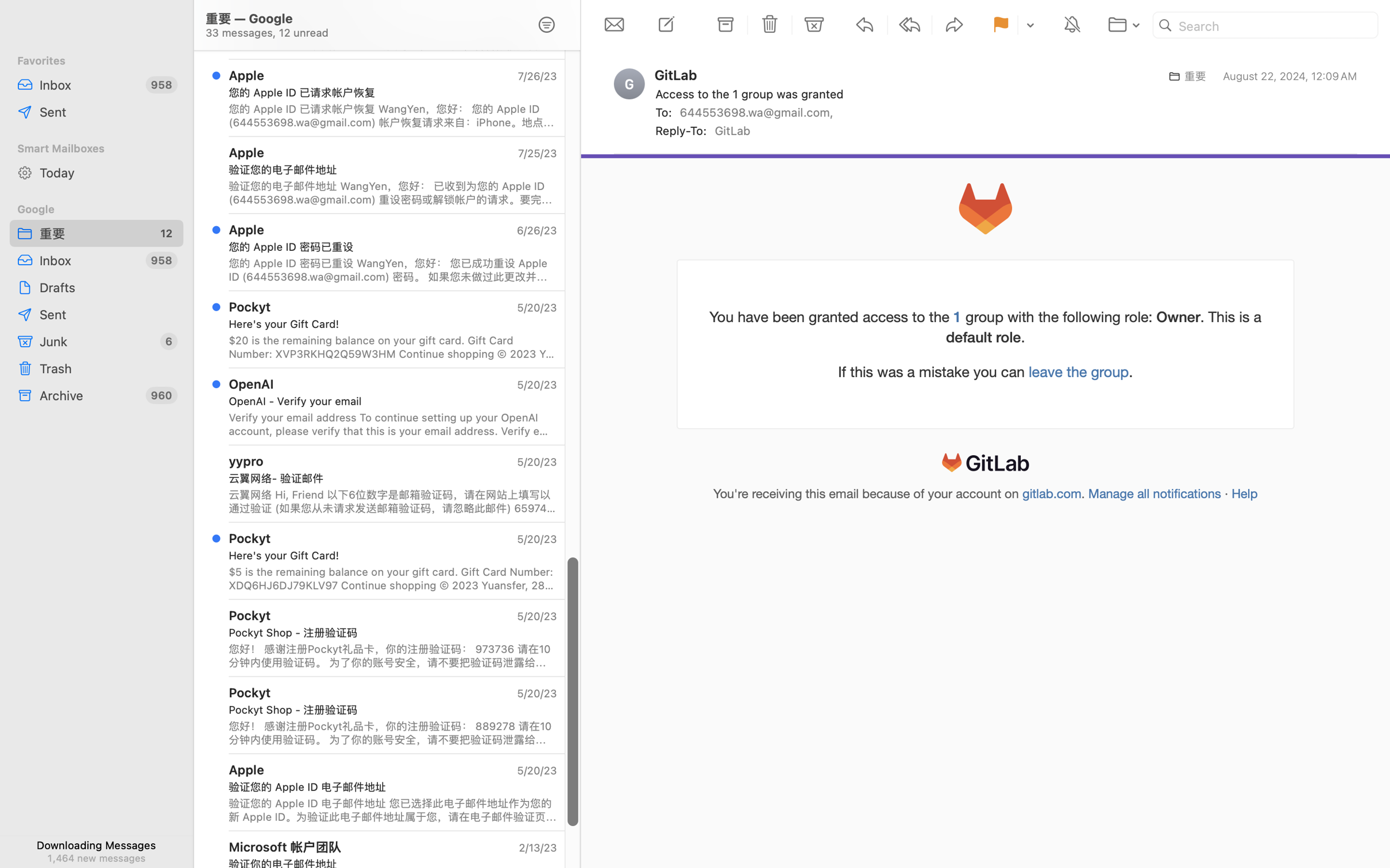  I want to click on '您的 Apple ID 已请求帐户恢复 WangYen，您好： 您的 Apple ID (644553698.wa@gmail.com) 帐户恢复请求来自：iPhone。地点大概位置：Tianjin, TJ。提出时间：2023年7月25日下午12:16:33 GMT+8。提供的联系电话号码：+86 159 0032 4640。 当您的帐户于2023年8月8日下午12:16:33 GMT+8 准备好进行恢复时，此电话号码将会收到短信或语音来电。有关帐户的最新状态，或者您想提供更多信息以帮助帐户恢复，请访问 https://iforgot.apple.com 如果您没有提出此请求，或者对上述信息不知情，您需要立即取消帐户恢复以保证帐户安全。 此致 Apple 支持 Apple ID | 支持 | 隐私政策 Copyright © 2023 One Apple Park Way, Cupertino, CA 95014, United States‎ 保留所有权利。', so click(392, 115).